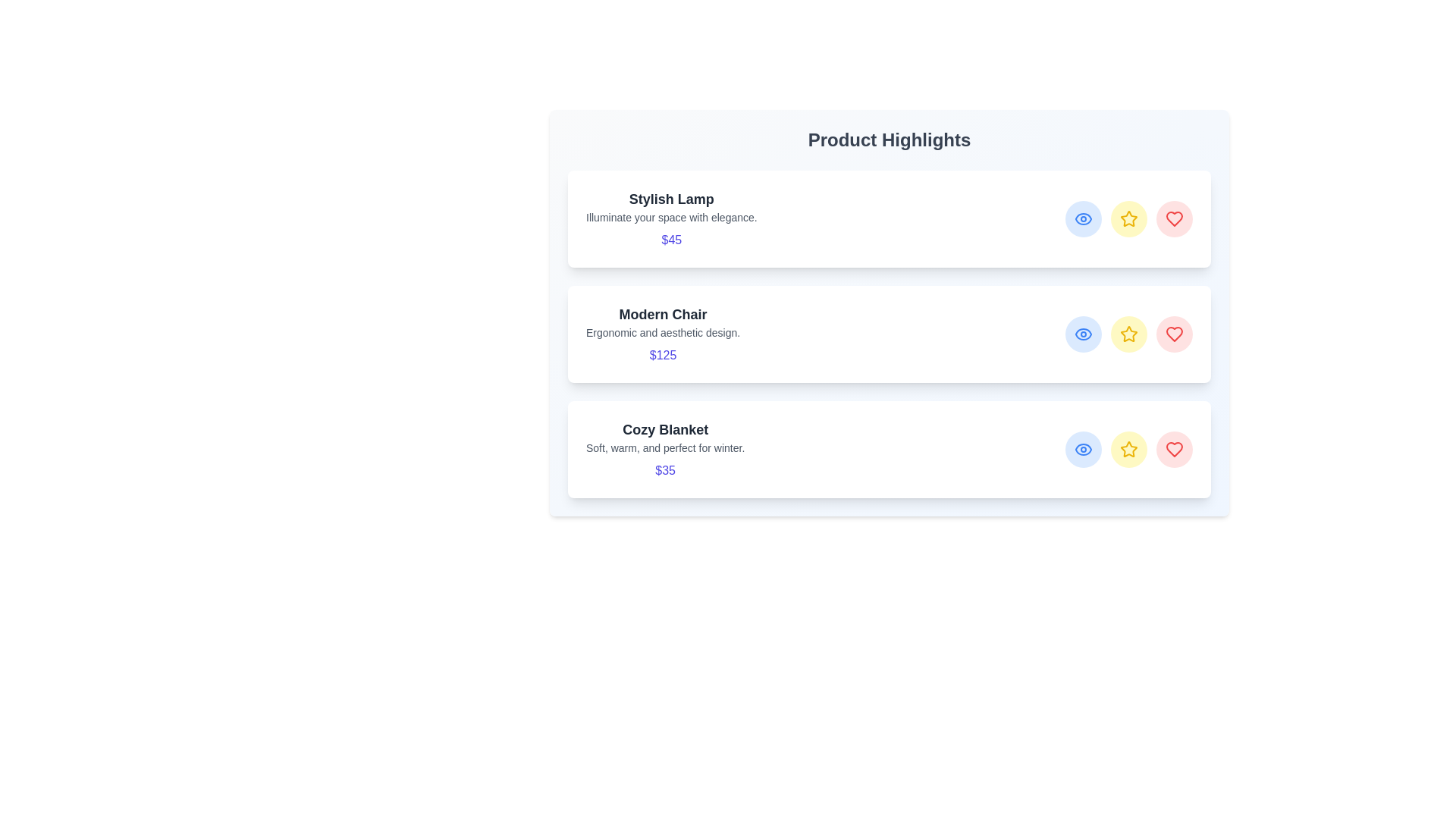  Describe the element at coordinates (1128, 449) in the screenshot. I see `star icon for the product titled Cozy Blanket to mark it as a favorite` at that location.